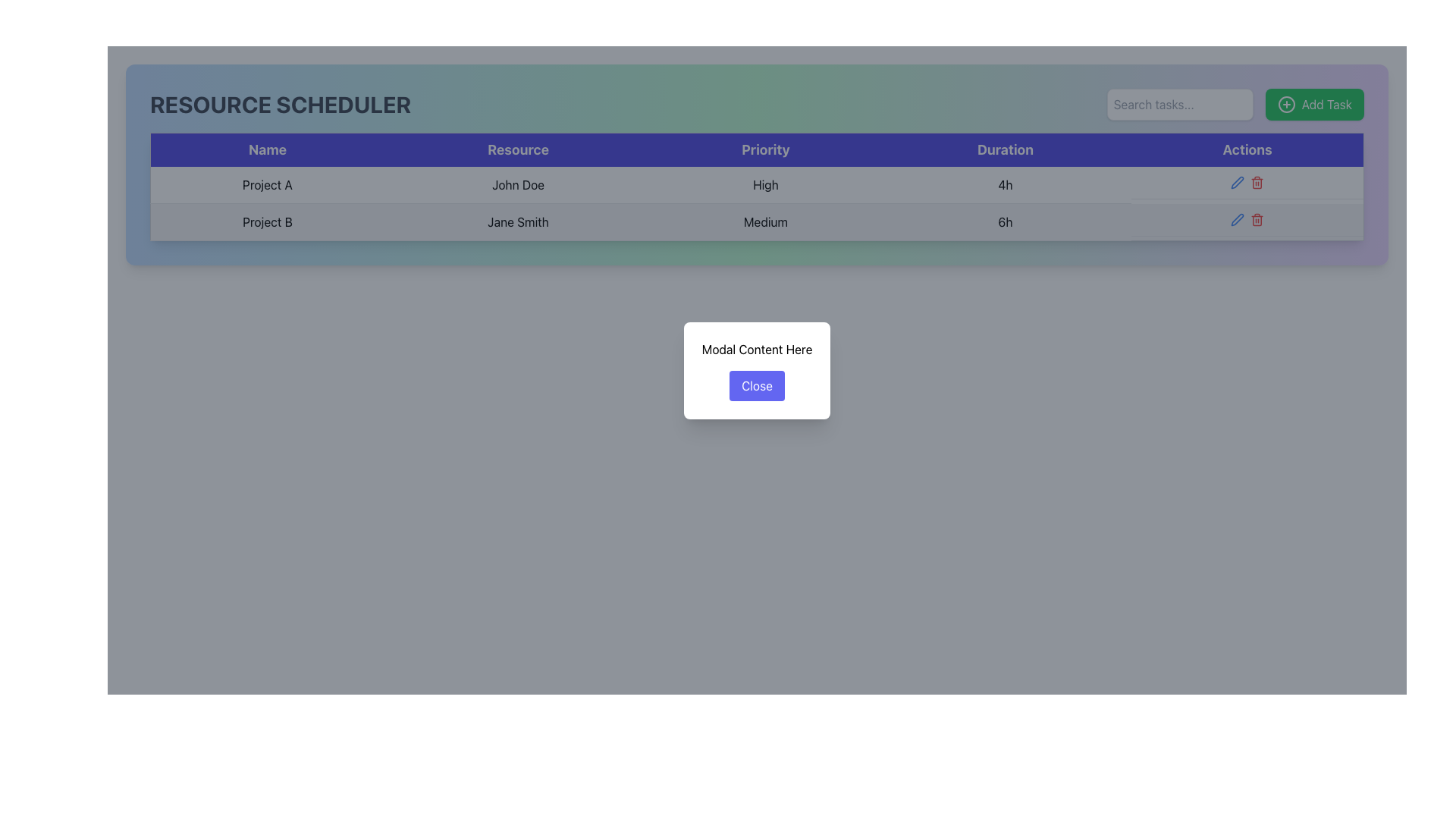 This screenshot has width=1456, height=819. I want to click on the static text element displaying '4h' within the fourth column of the first row under the 'Duration' heading in a table layout, so click(1005, 184).